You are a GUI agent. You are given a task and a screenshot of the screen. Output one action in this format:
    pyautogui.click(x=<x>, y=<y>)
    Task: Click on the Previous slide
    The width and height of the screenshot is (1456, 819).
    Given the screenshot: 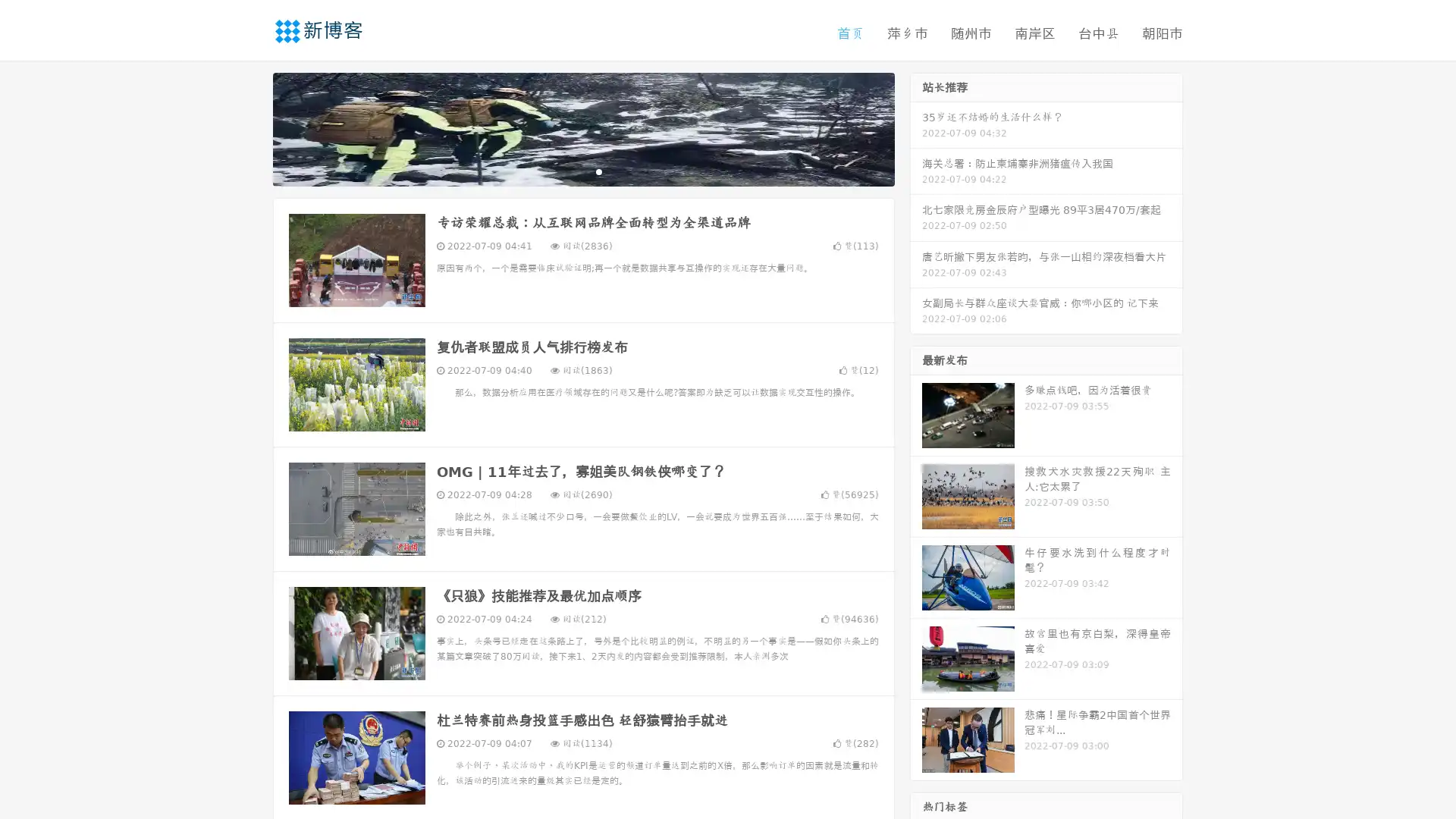 What is the action you would take?
    pyautogui.click(x=250, y=127)
    